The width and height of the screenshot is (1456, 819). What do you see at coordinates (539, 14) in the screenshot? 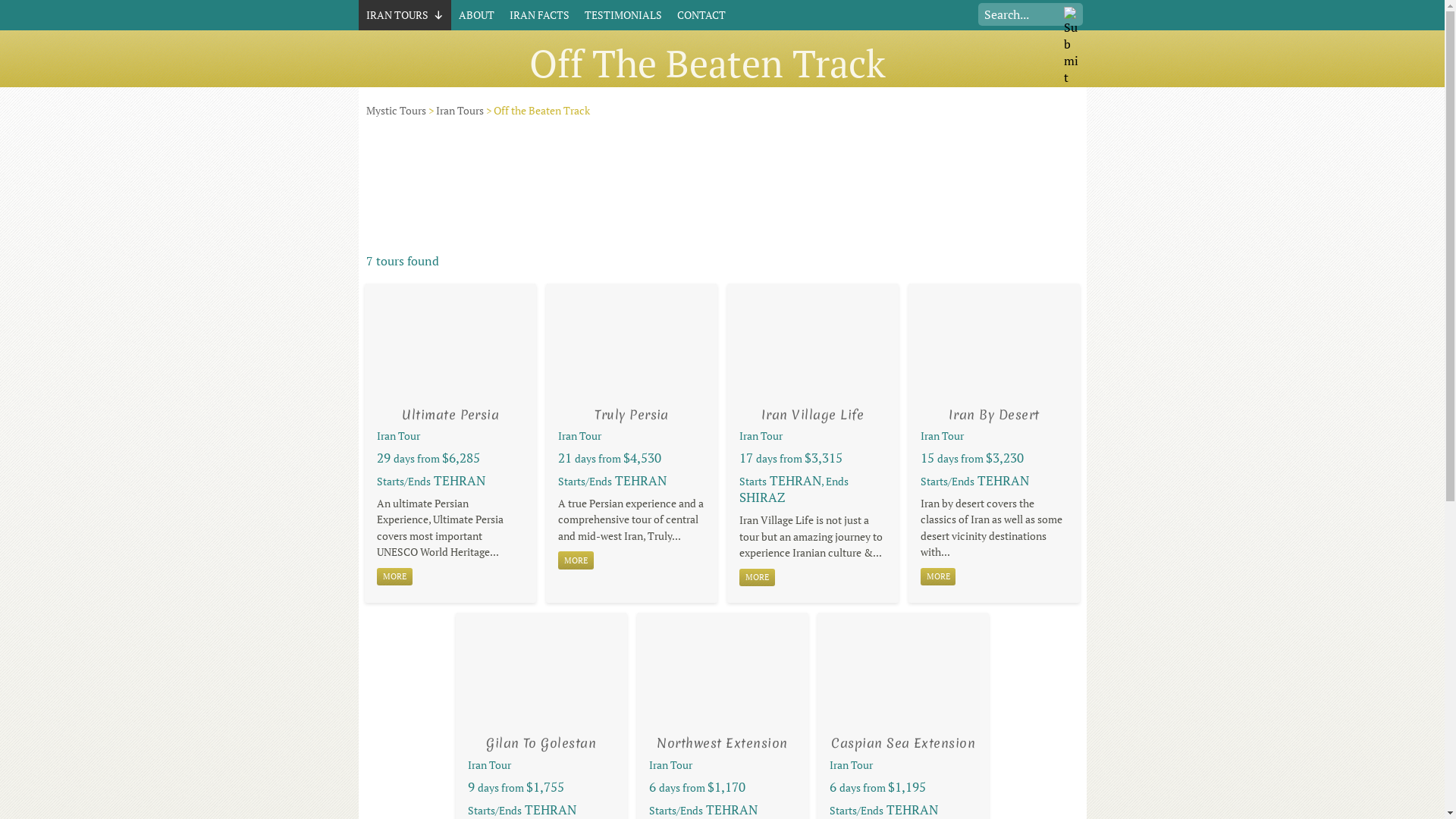
I see `'IRAN FACTS'` at bounding box center [539, 14].